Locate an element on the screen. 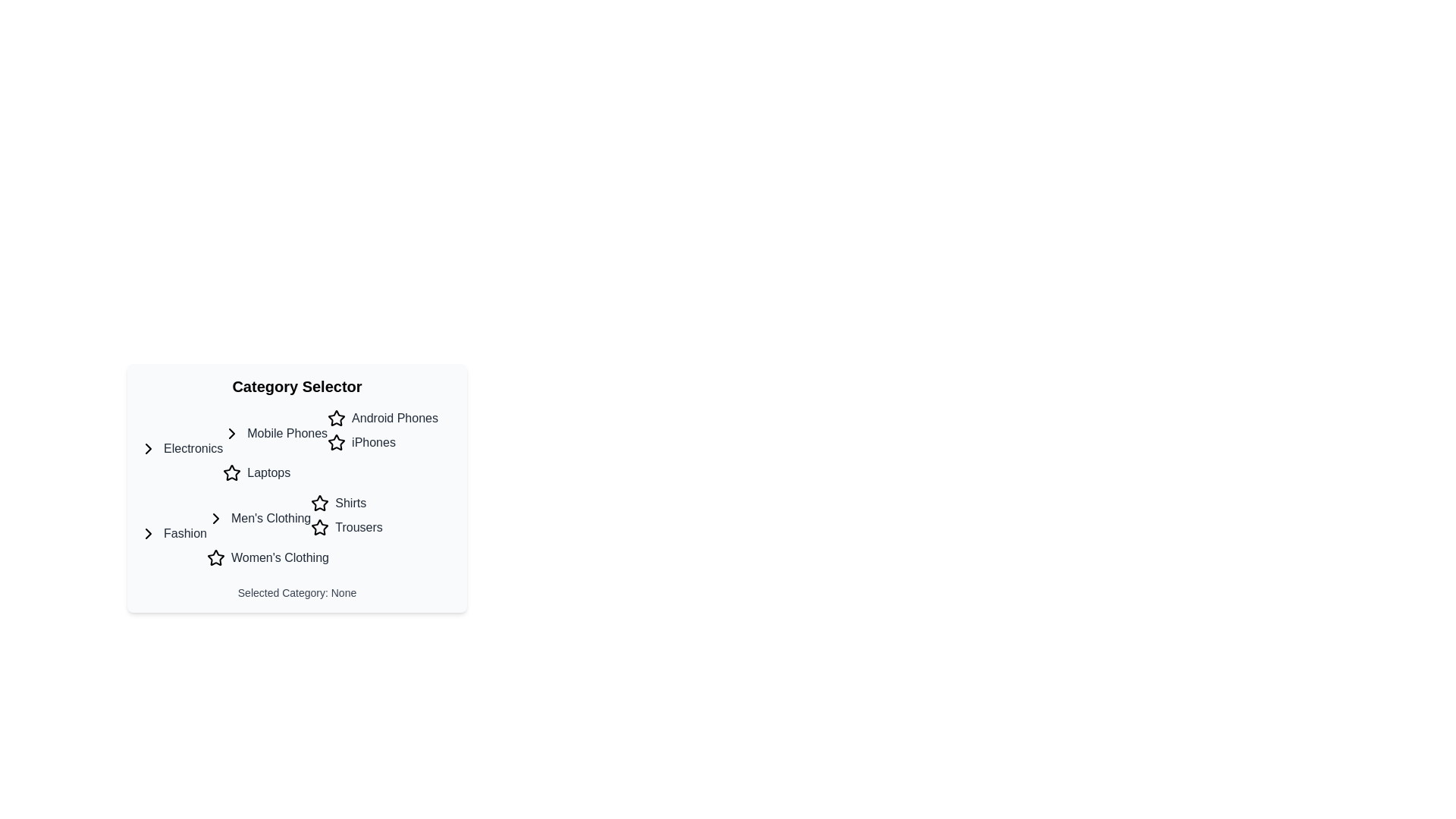  the 'Android Phones' text label that is styled in medium-weight font and has a star-shaped icon preceding it is located at coordinates (382, 418).